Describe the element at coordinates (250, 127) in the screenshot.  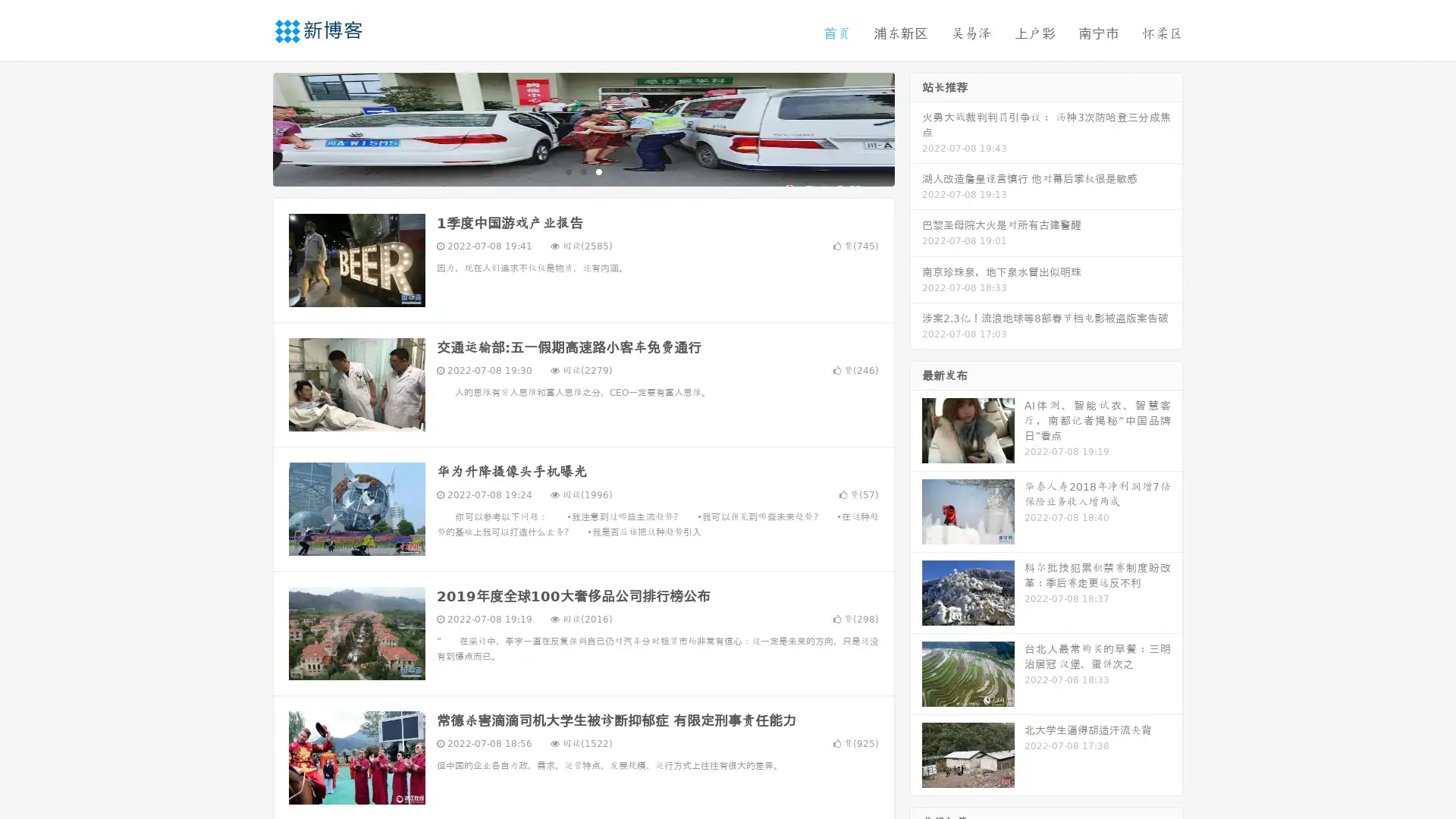
I see `Previous slide` at that location.